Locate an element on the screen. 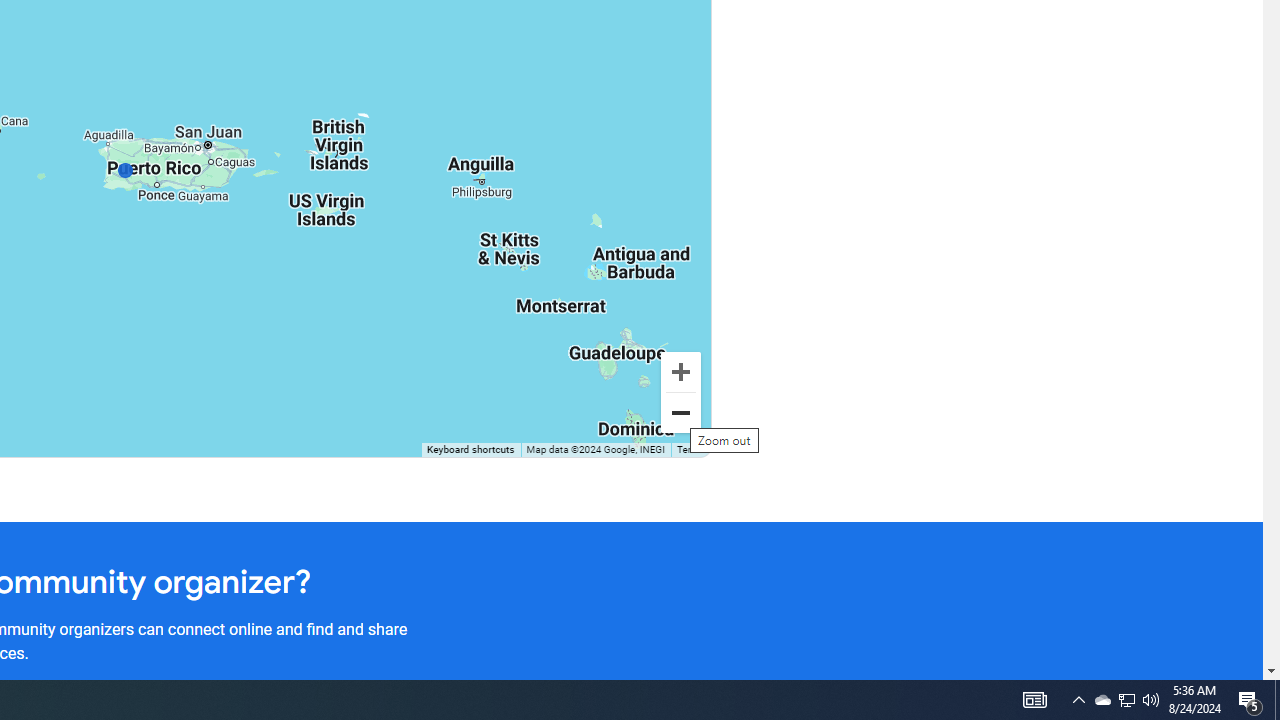  'Terms' is located at coordinates (690, 450).